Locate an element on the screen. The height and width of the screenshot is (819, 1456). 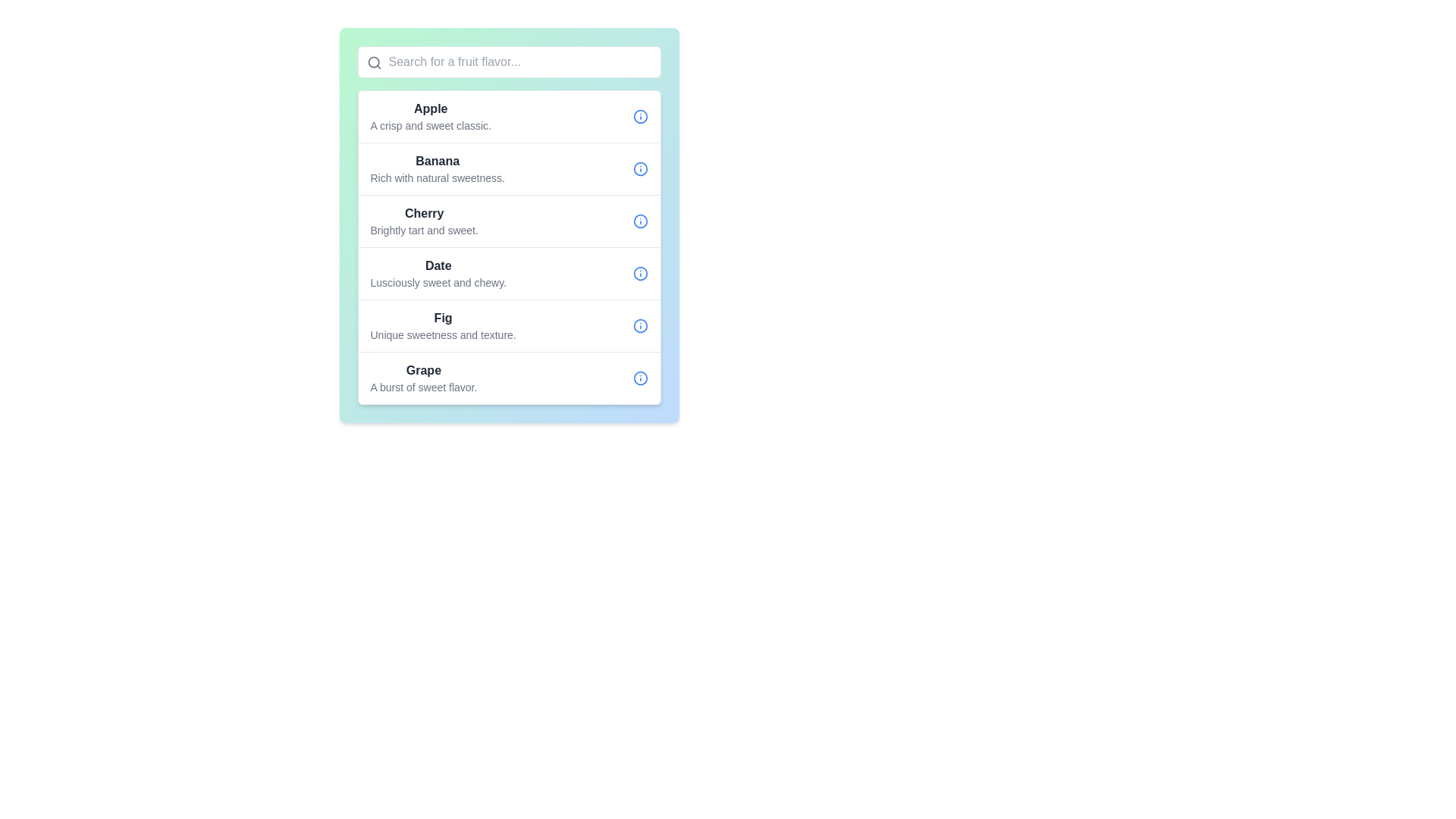
the informational icon located at the far right end of the row containing the text 'Cherry Brightly tart and sweet.' is located at coordinates (640, 221).